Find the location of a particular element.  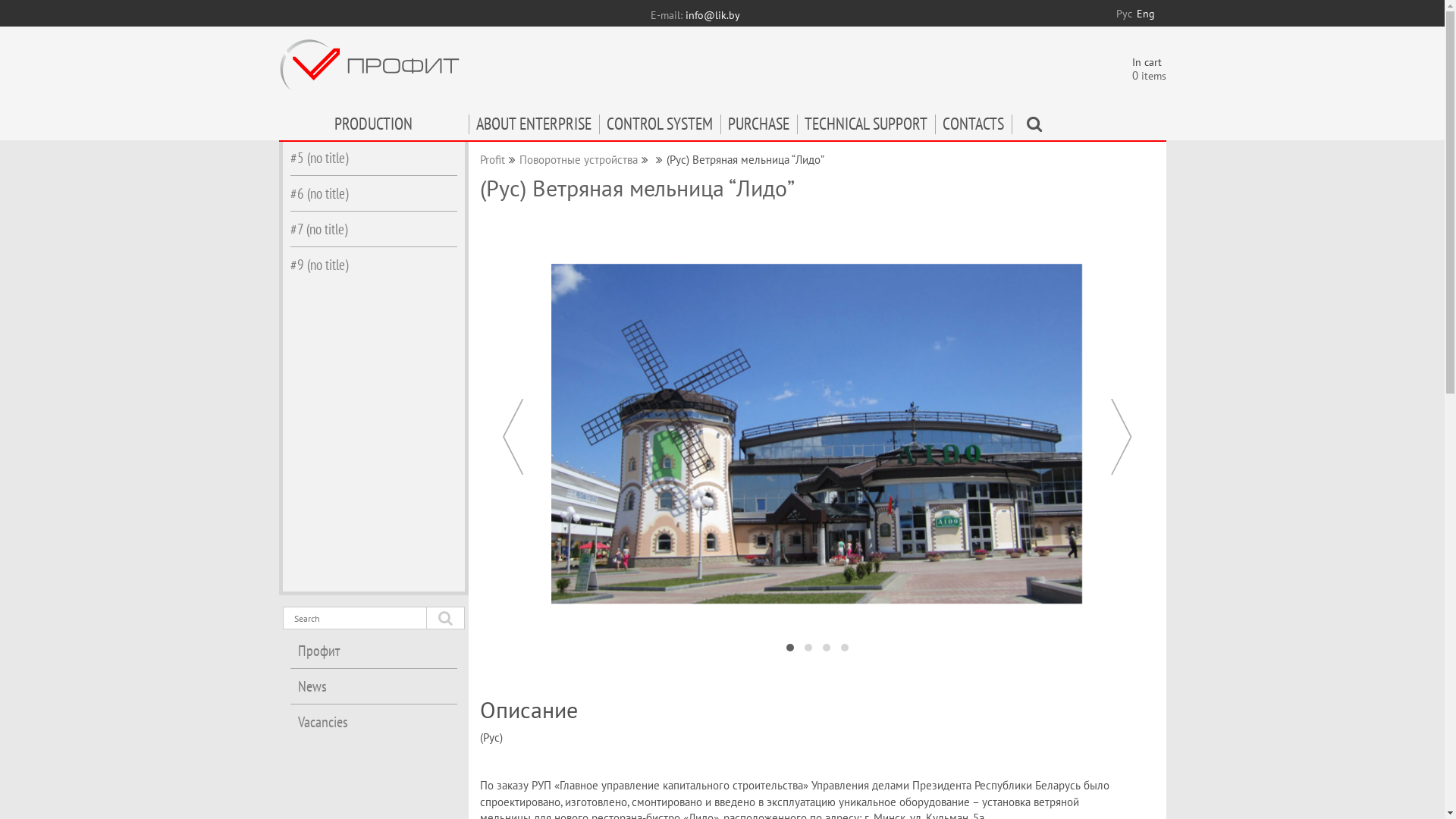

'TECHNICAL SUPPORT' is located at coordinates (865, 127).